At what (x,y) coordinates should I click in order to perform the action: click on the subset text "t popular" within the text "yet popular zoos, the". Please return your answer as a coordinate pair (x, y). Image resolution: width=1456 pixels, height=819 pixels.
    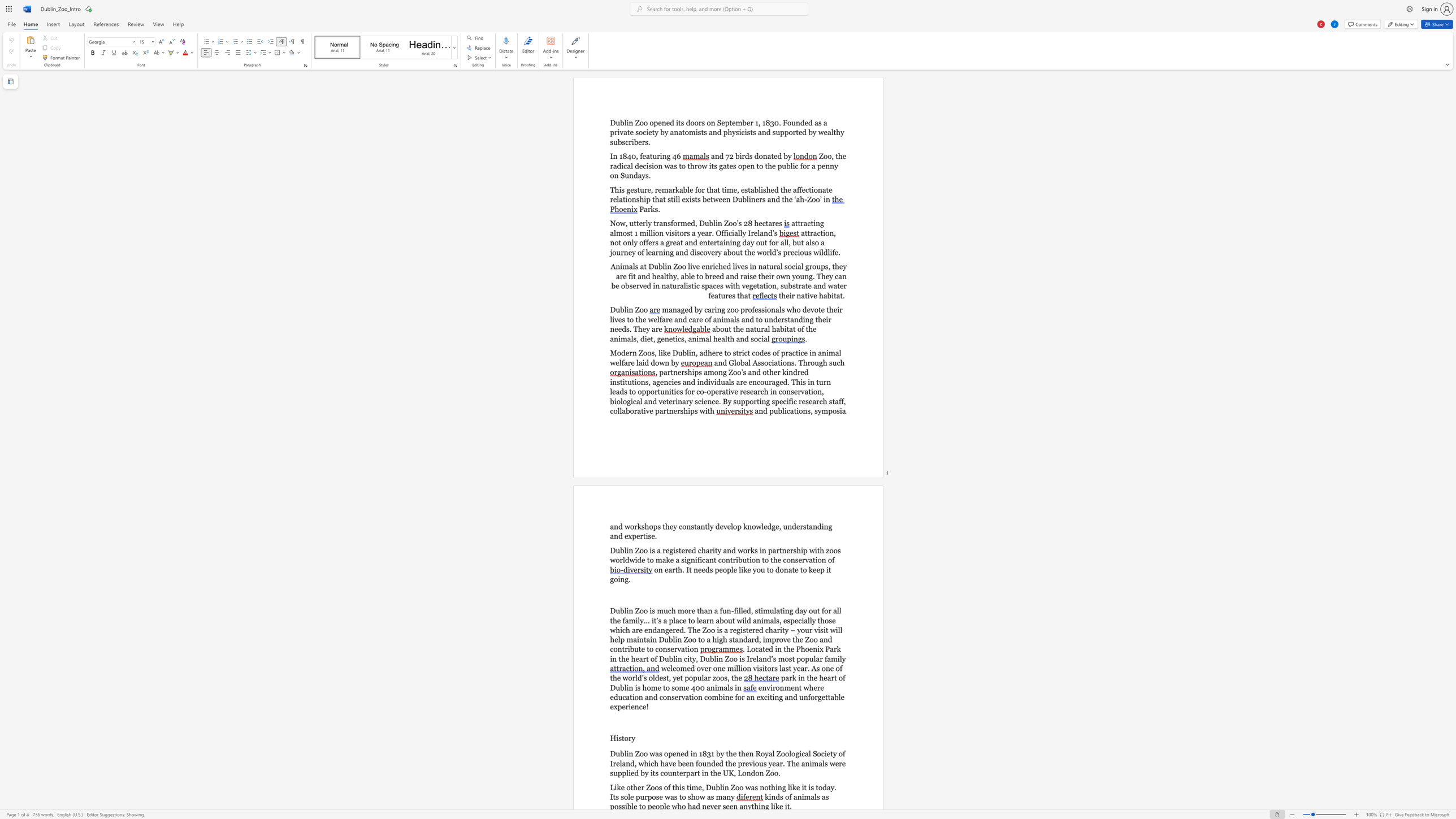
    Looking at the image, I should click on (680, 677).